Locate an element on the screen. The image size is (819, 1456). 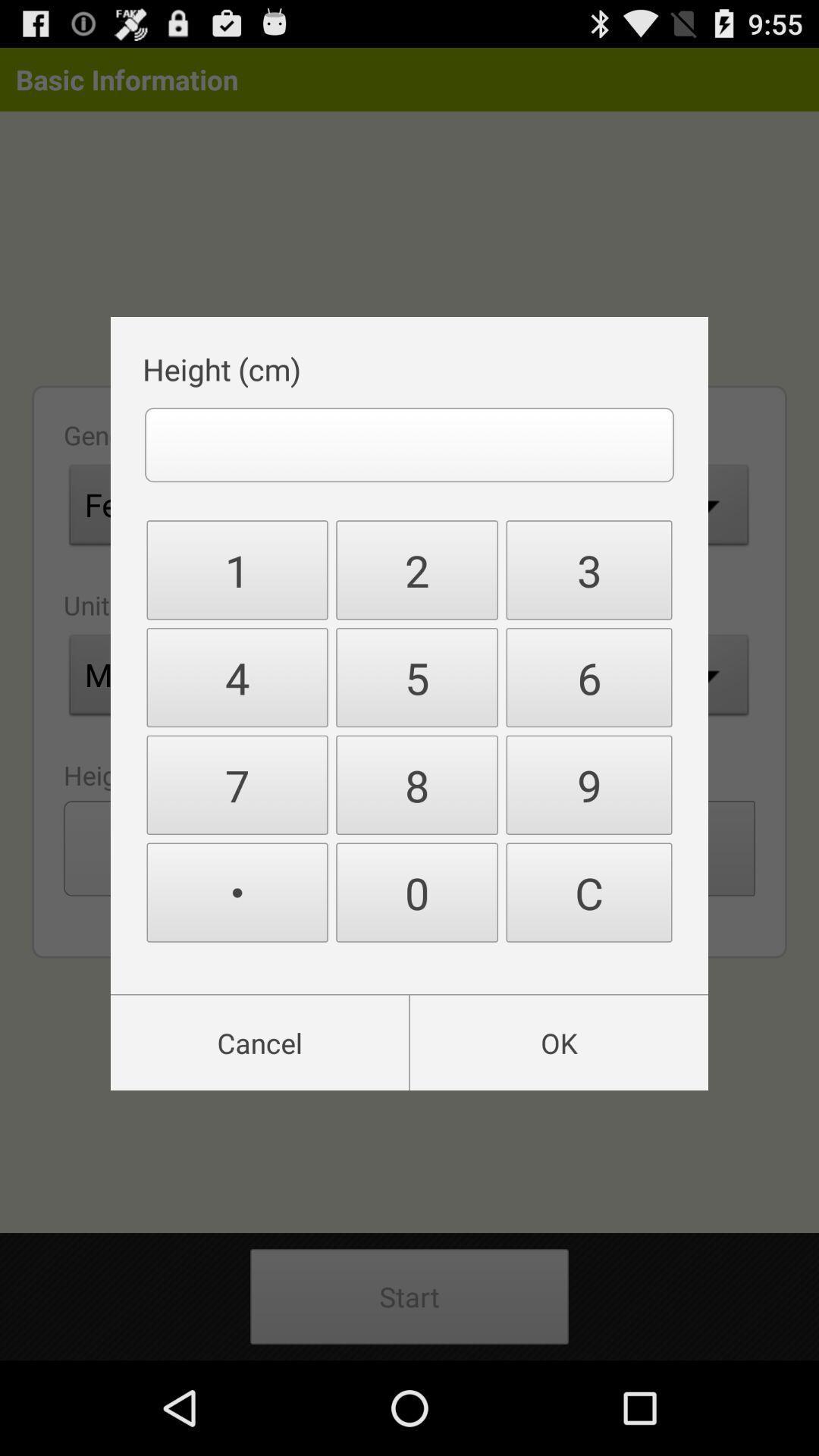
item next to 2 is located at coordinates (588, 676).